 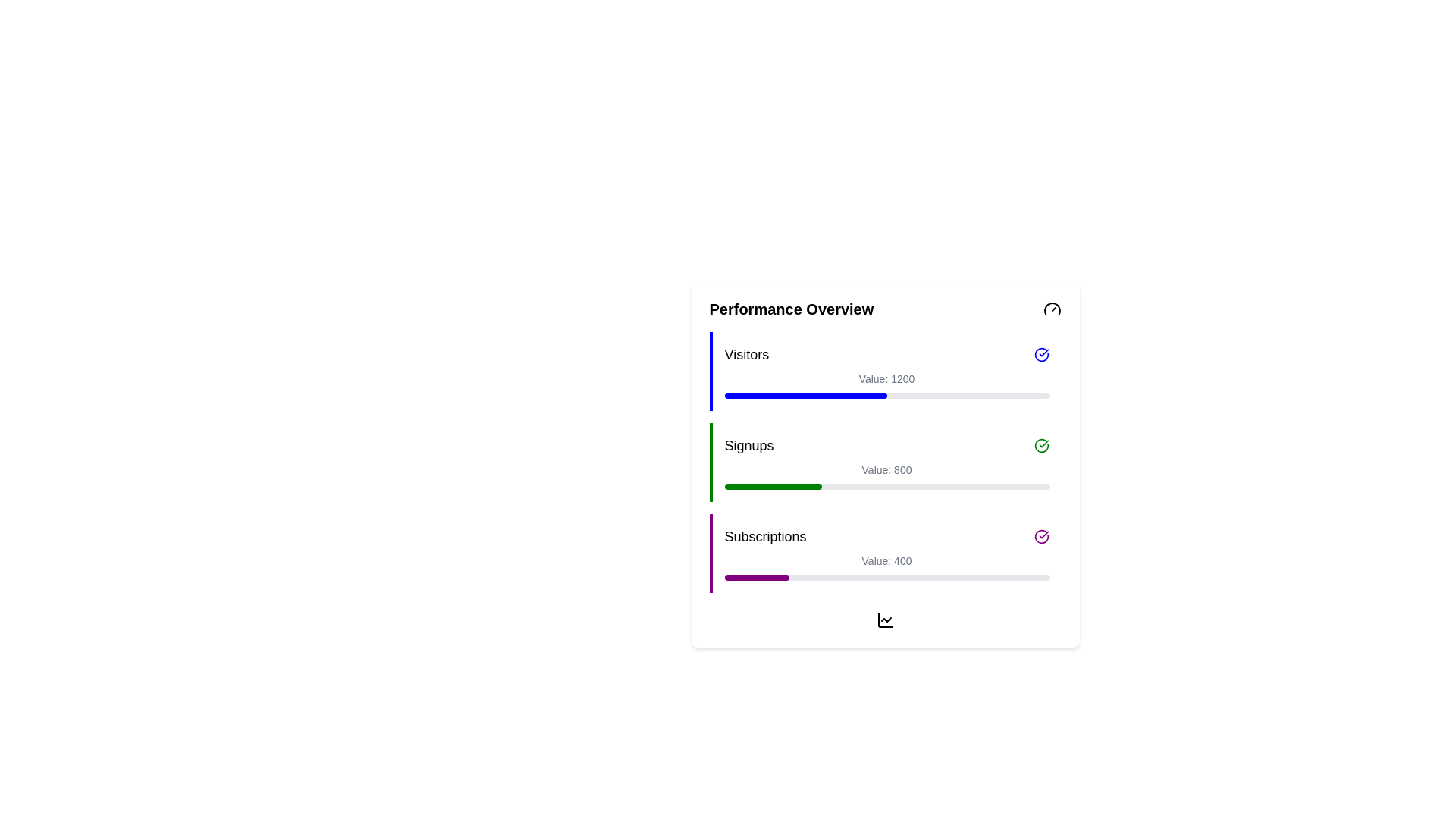 I want to click on the 'Signups' text in the Informational Card Component, so click(x=885, y=461).